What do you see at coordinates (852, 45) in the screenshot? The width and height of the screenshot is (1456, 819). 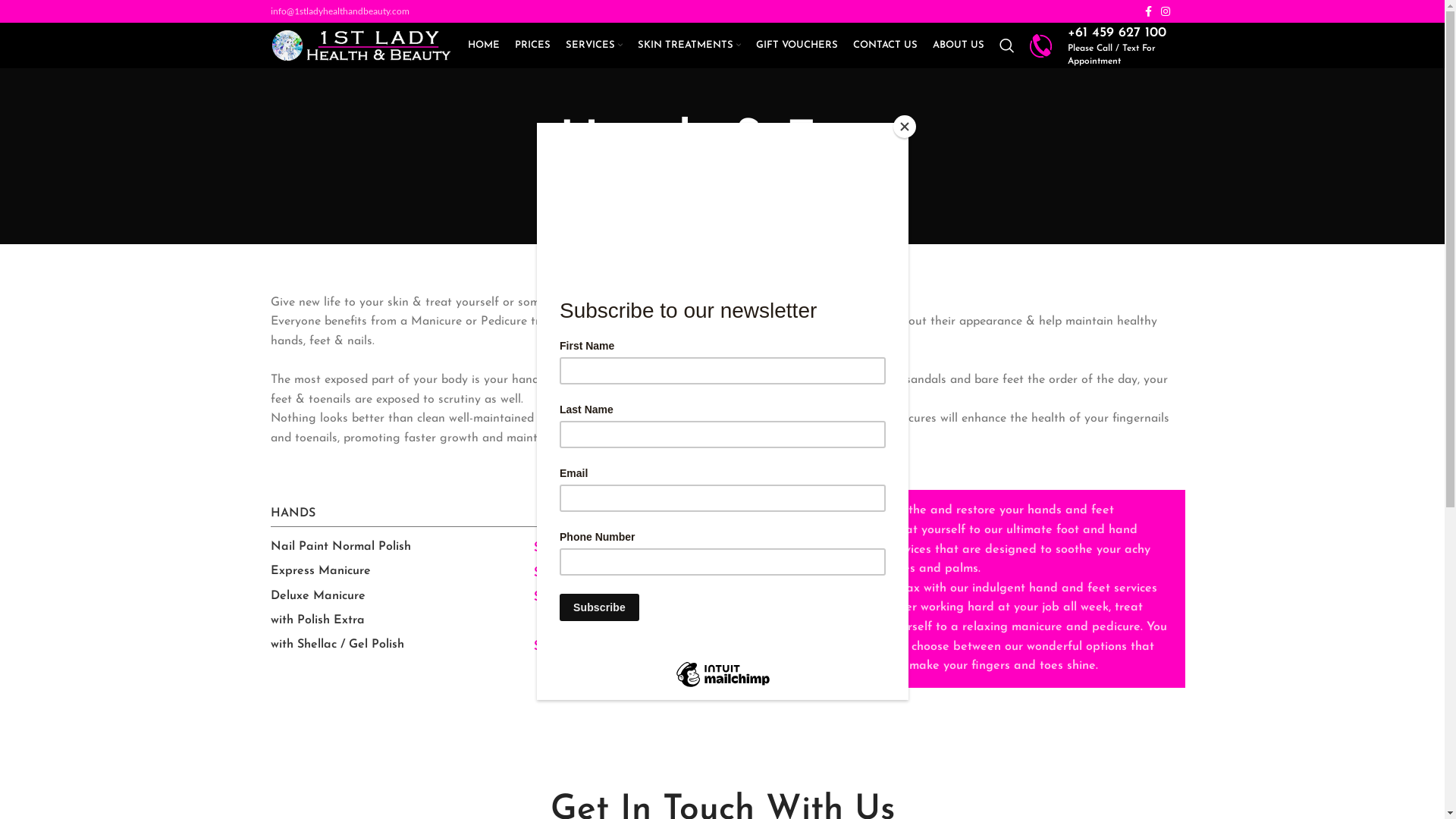 I see `'CONTACT US'` at bounding box center [852, 45].